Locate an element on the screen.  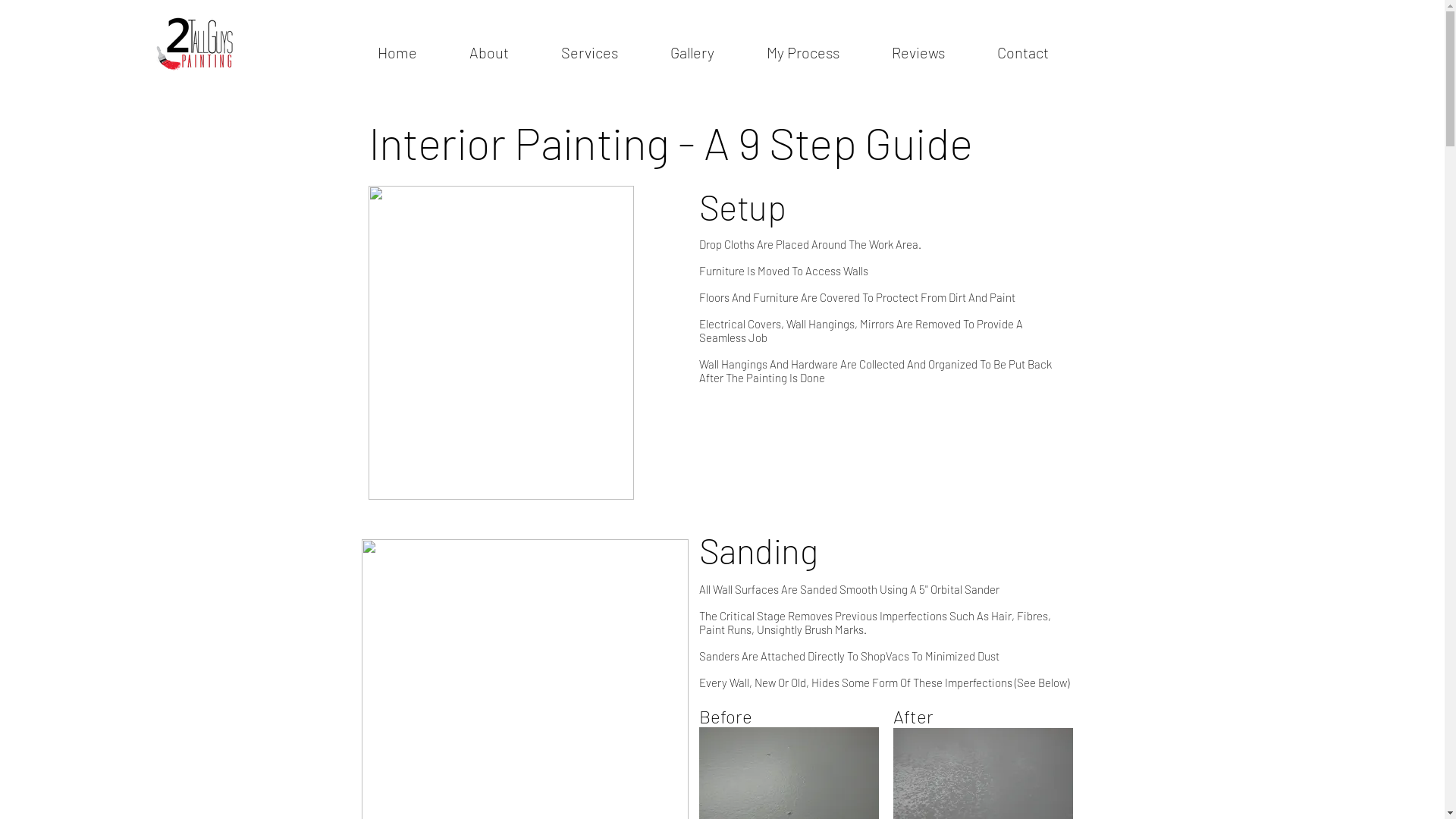
'About' is located at coordinates (442, 52).